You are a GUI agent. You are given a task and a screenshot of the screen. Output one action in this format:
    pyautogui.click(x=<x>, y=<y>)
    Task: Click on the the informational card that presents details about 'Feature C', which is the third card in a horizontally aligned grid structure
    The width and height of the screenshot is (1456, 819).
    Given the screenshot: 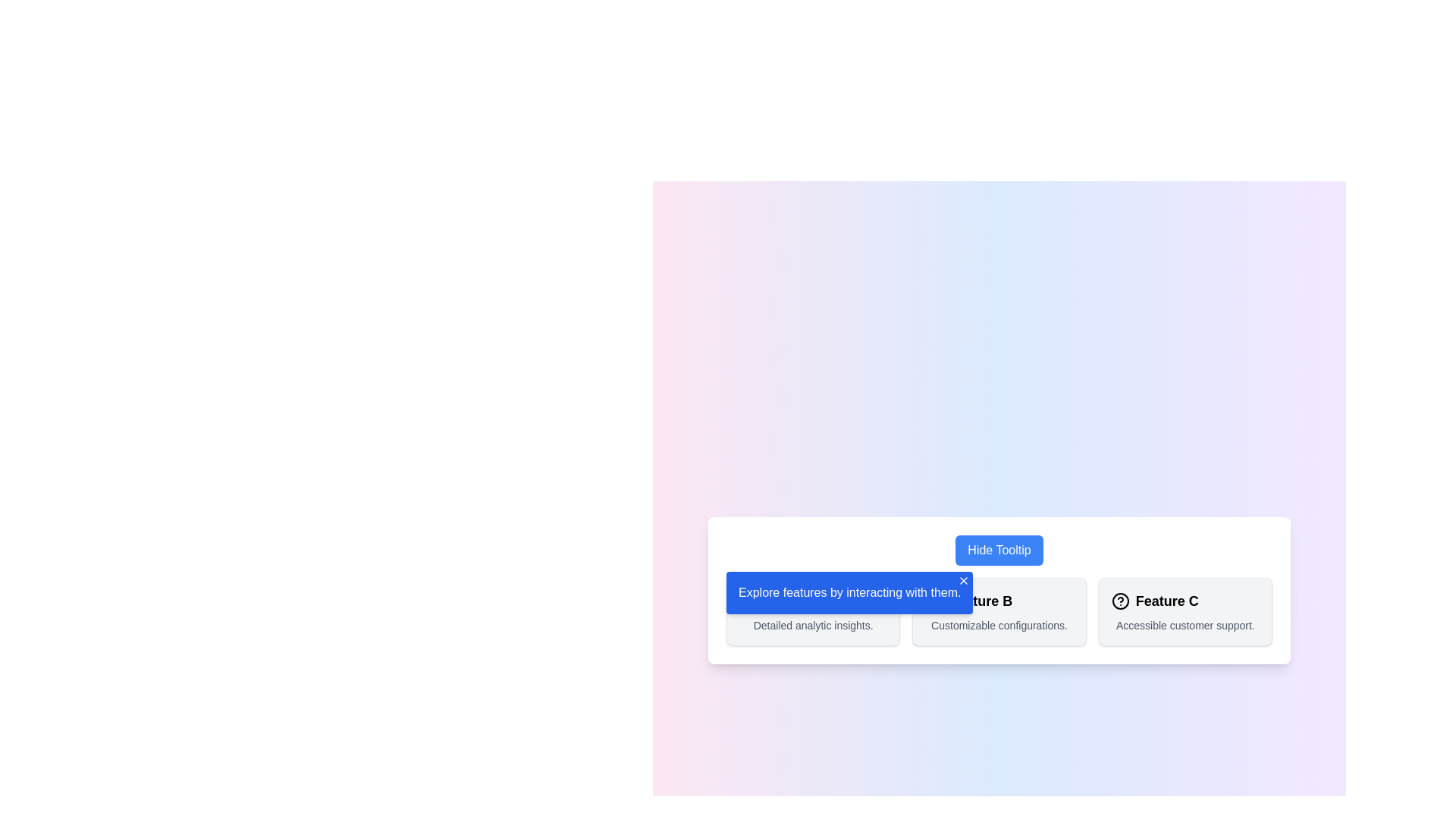 What is the action you would take?
    pyautogui.click(x=1185, y=610)
    